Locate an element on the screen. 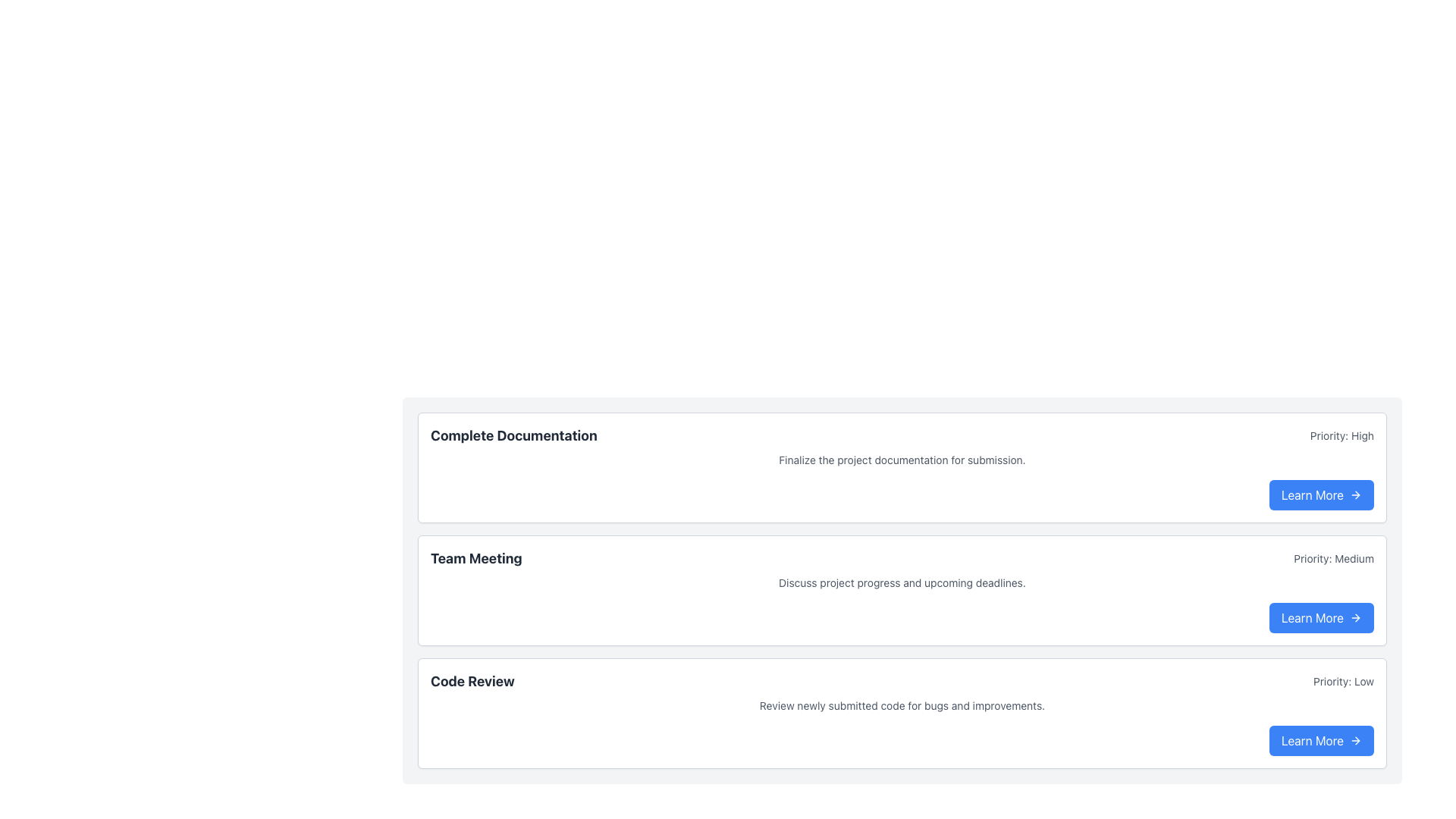 This screenshot has width=1456, height=819. the static text label that reads 'Discuss project progress and upcoming deadlines.' which is associated with the 'Team Meeting' heading is located at coordinates (902, 582).